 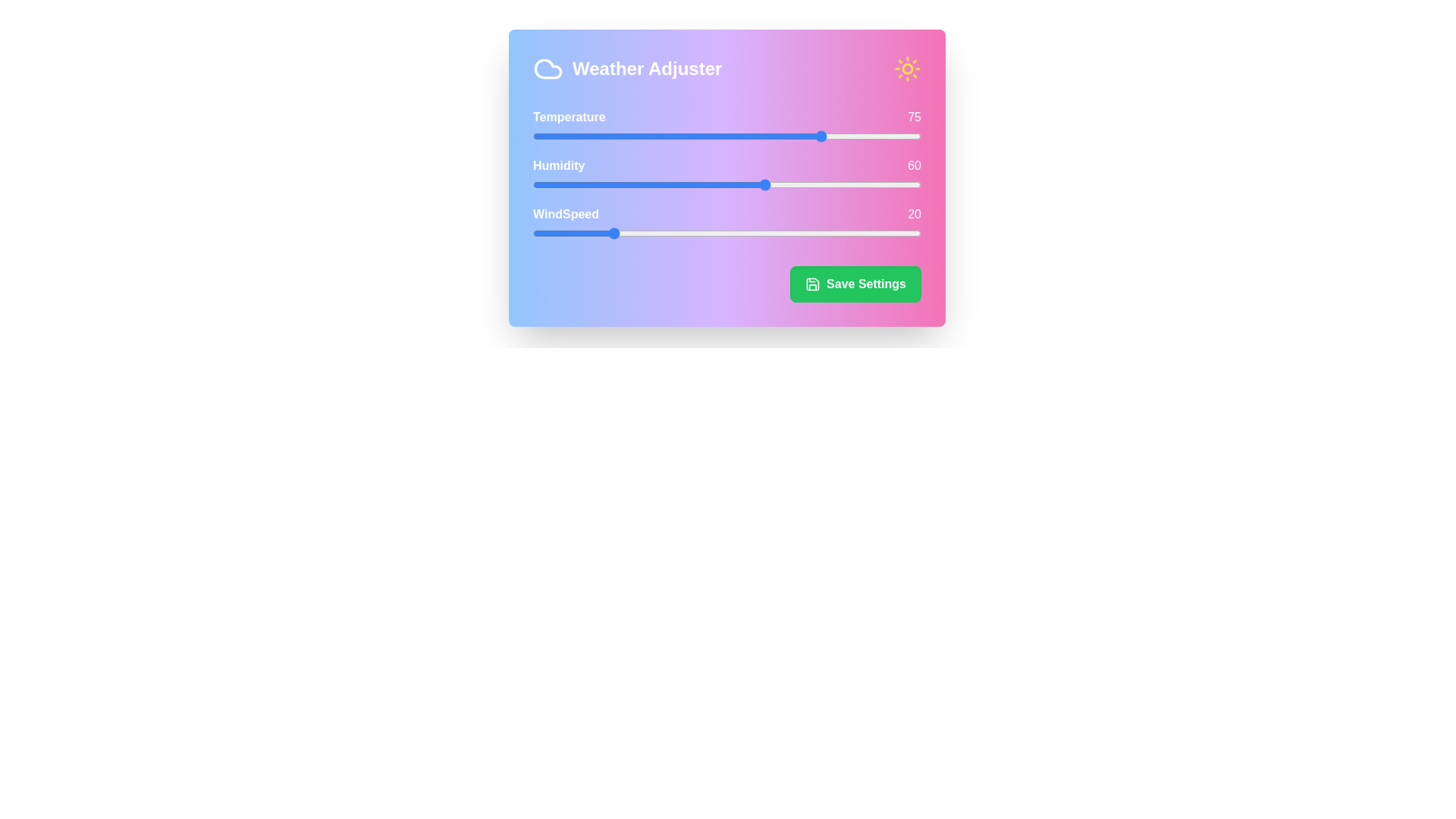 I want to click on the temperature slider, so click(x=781, y=136).